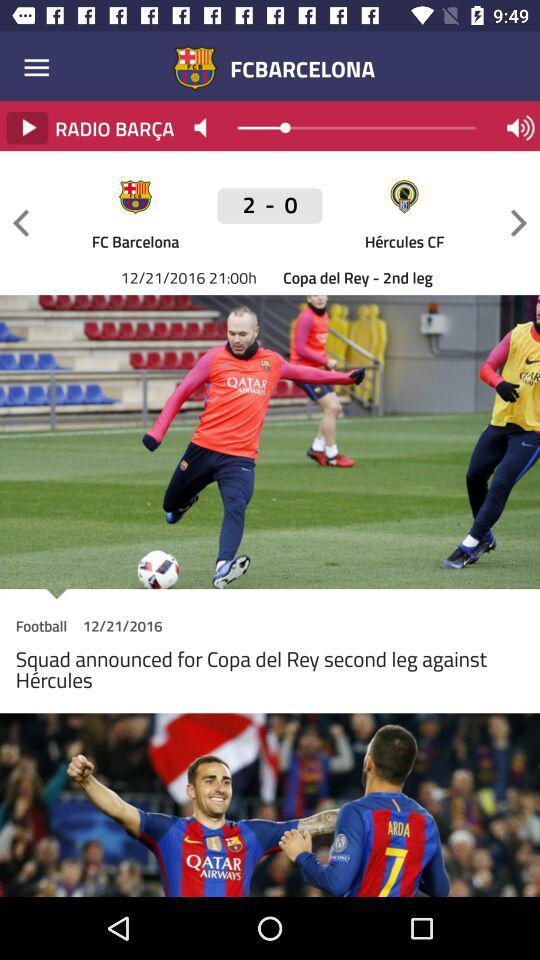  Describe the element at coordinates (270, 594) in the screenshot. I see `icon above football` at that location.